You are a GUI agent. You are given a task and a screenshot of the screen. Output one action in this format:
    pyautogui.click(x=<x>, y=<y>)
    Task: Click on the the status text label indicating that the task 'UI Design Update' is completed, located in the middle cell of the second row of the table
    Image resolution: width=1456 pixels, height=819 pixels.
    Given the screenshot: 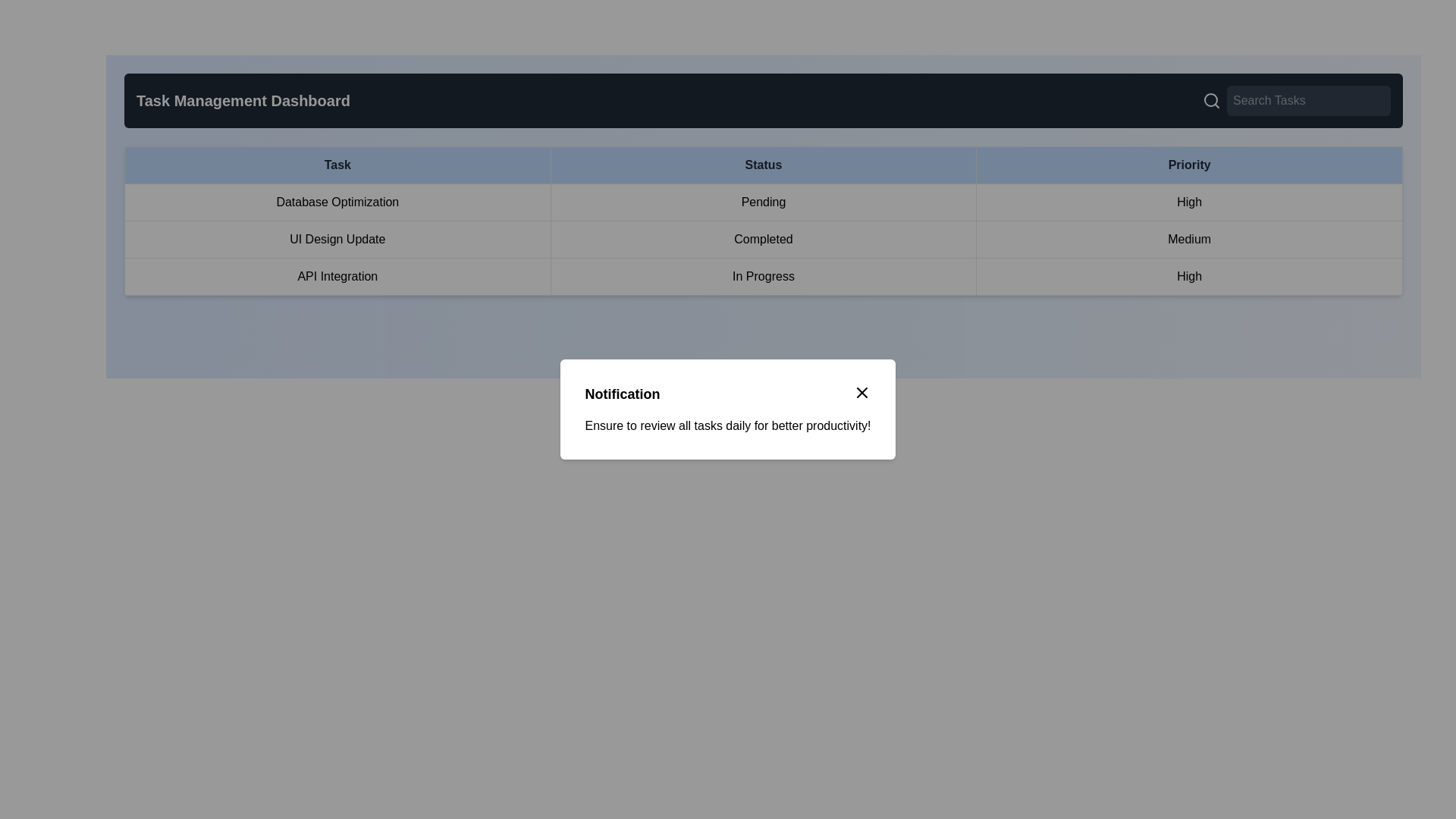 What is the action you would take?
    pyautogui.click(x=764, y=239)
    